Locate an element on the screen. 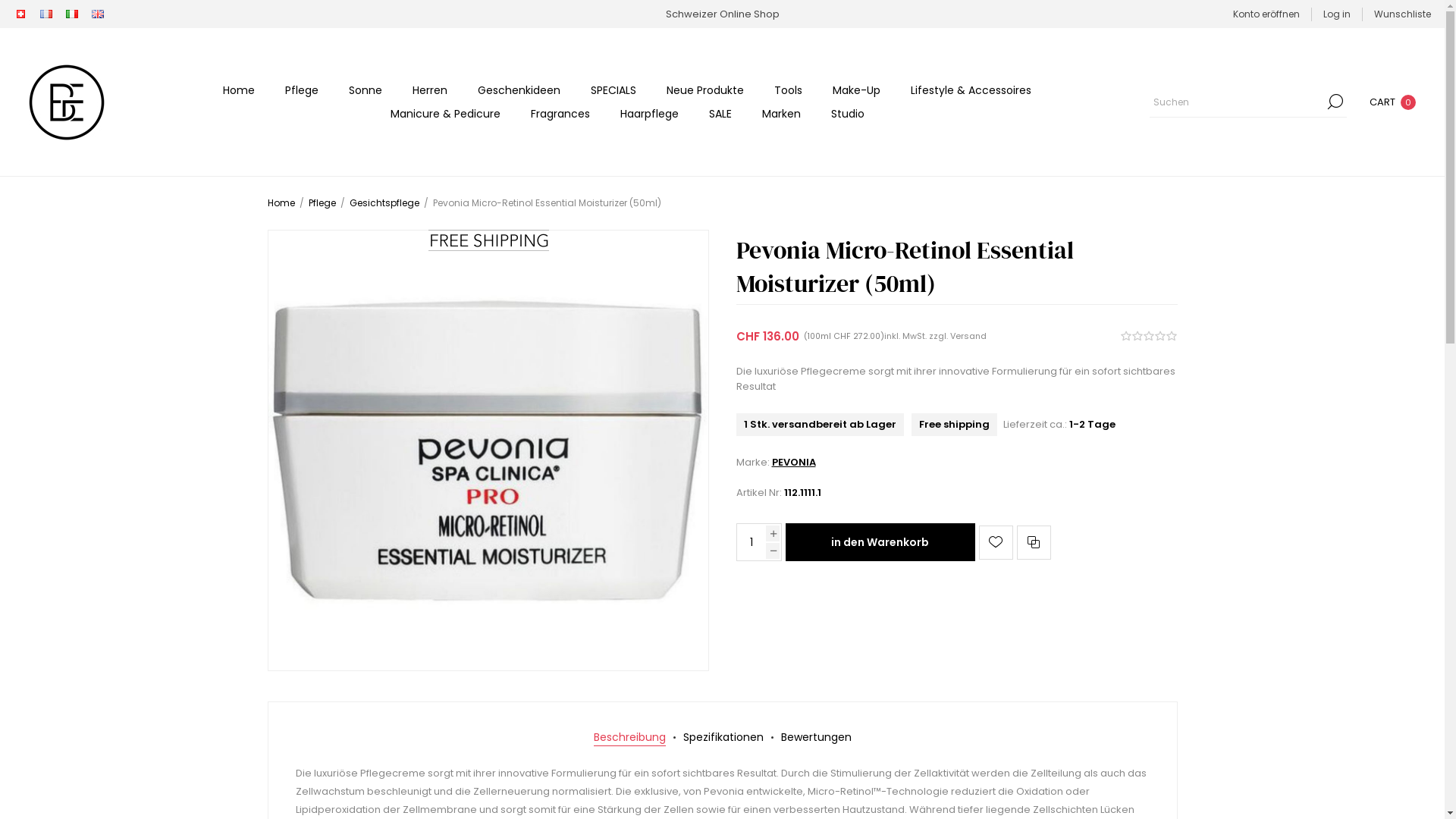  'Marken' is located at coordinates (761, 113).